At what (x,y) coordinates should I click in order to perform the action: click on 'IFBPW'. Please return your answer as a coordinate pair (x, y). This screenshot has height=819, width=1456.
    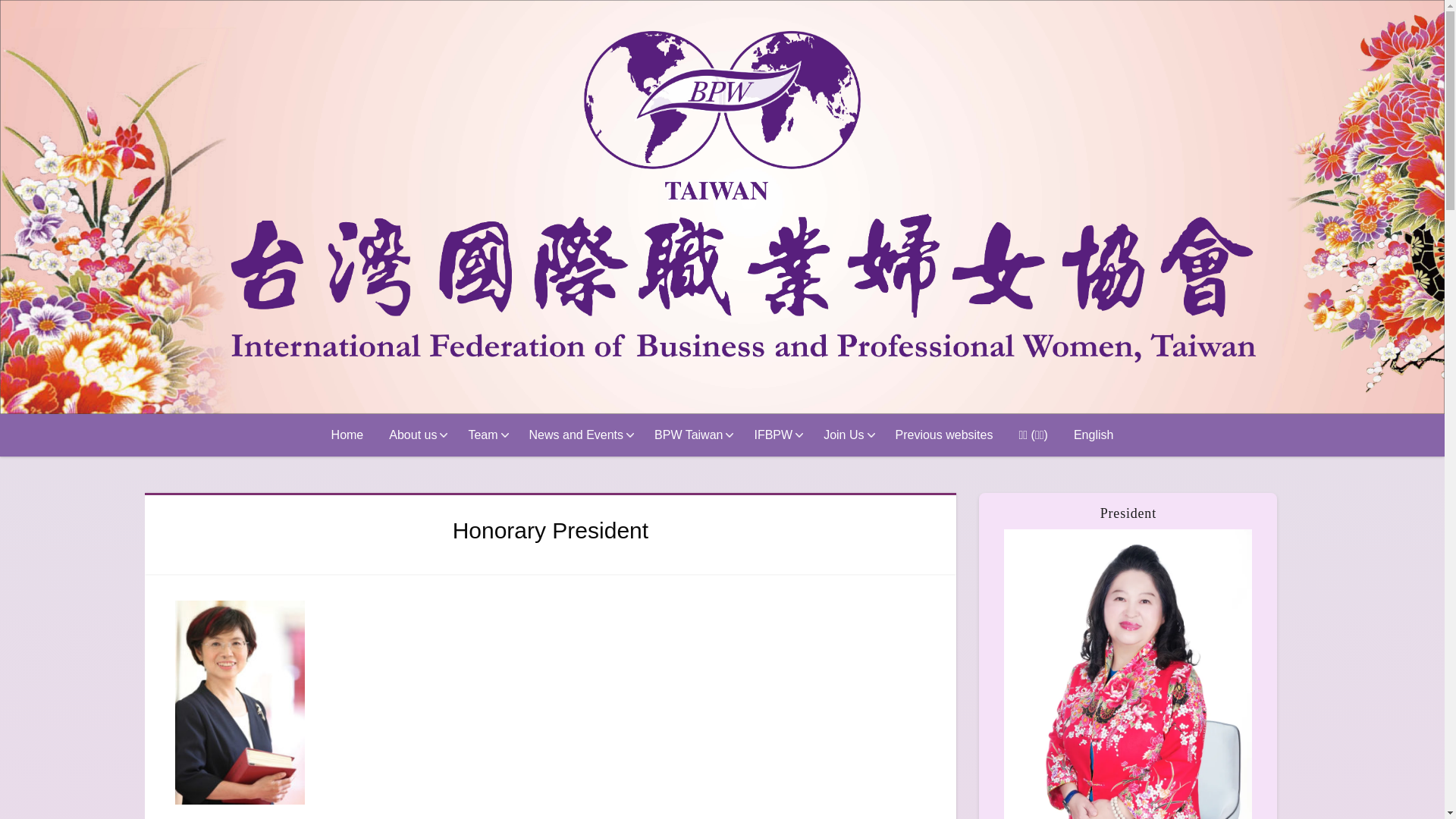
    Looking at the image, I should click on (775, 435).